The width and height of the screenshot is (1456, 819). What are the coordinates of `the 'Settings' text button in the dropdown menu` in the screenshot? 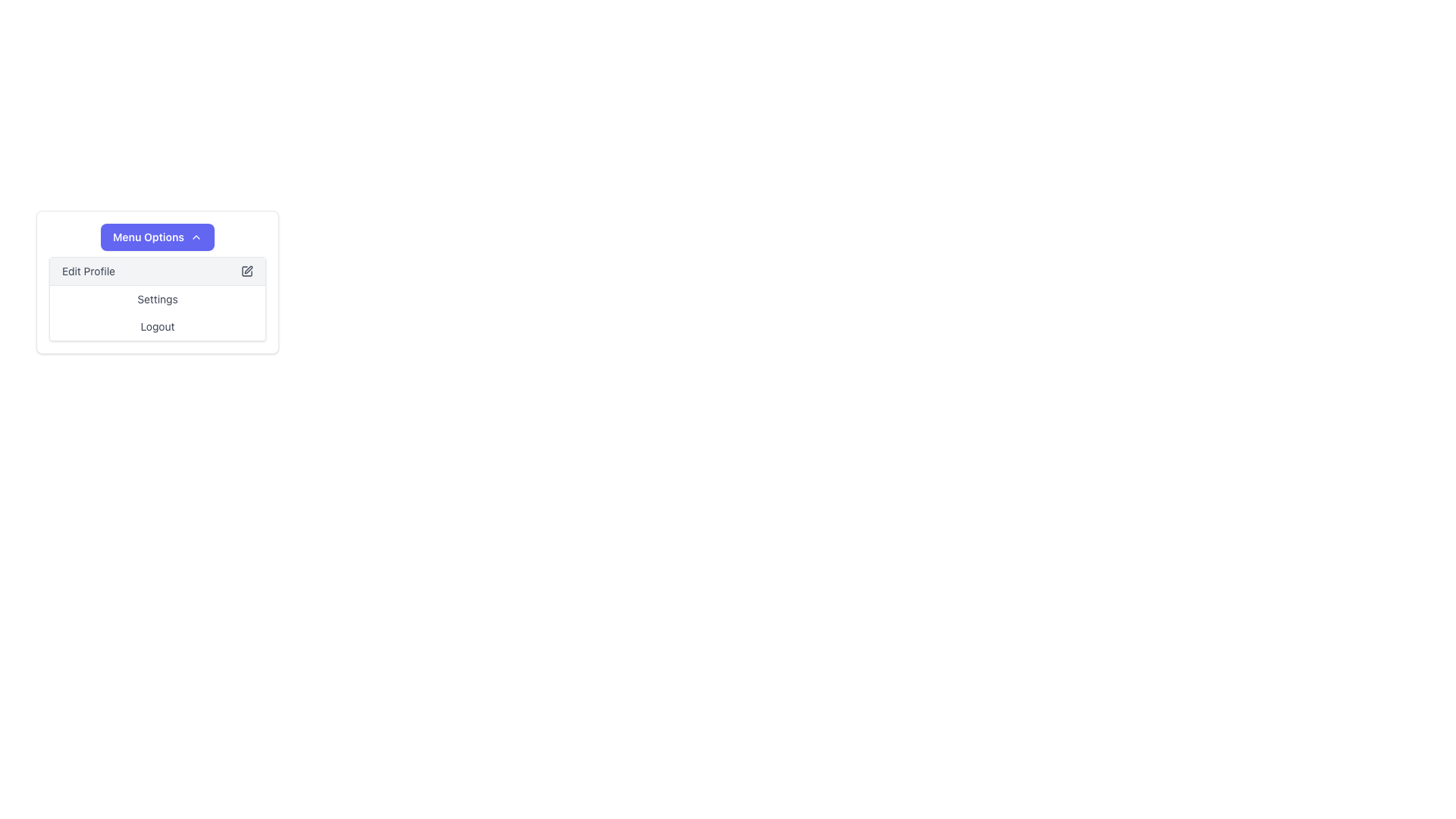 It's located at (157, 299).